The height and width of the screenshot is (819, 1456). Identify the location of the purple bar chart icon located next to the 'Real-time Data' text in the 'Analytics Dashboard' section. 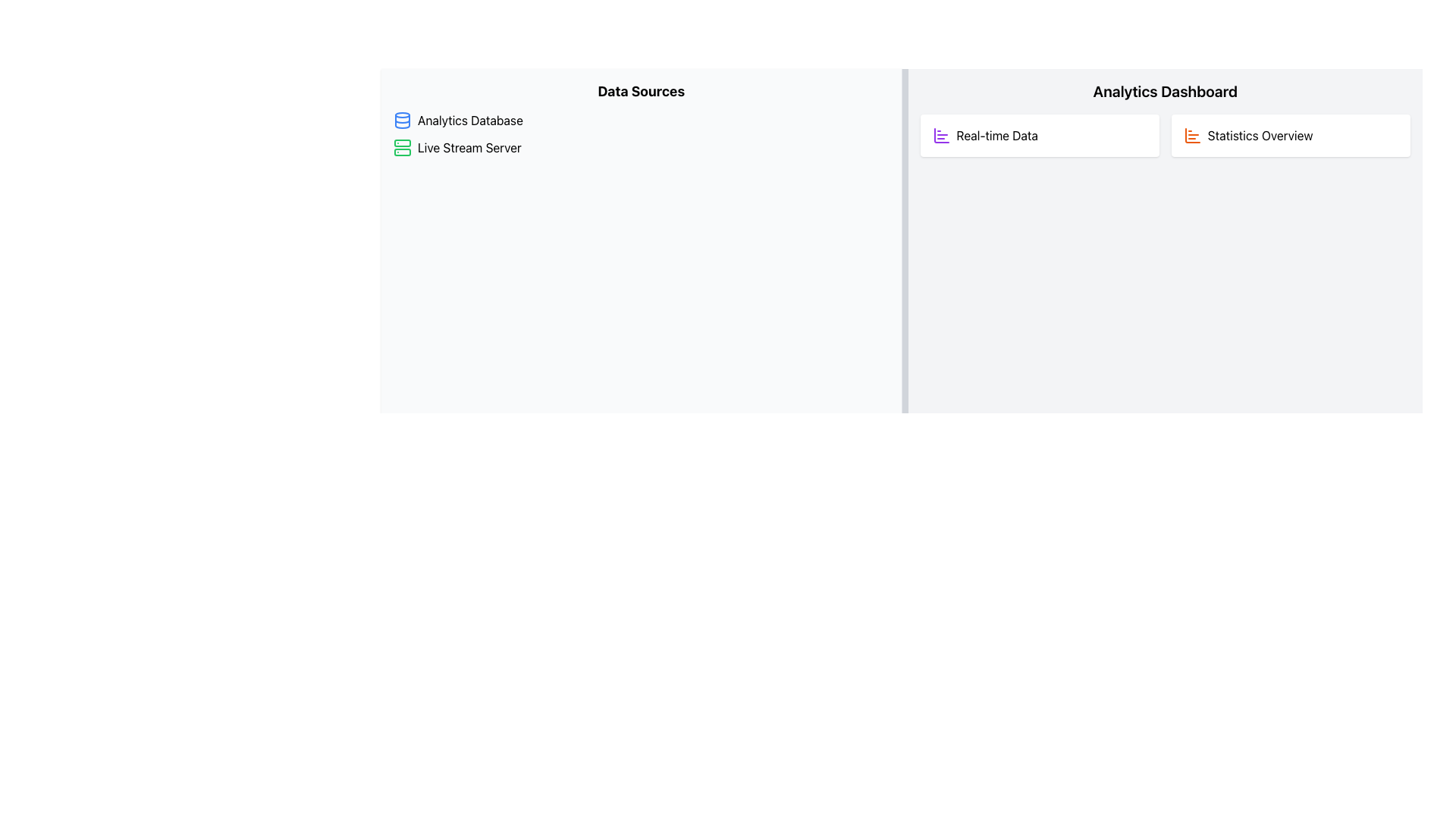
(940, 134).